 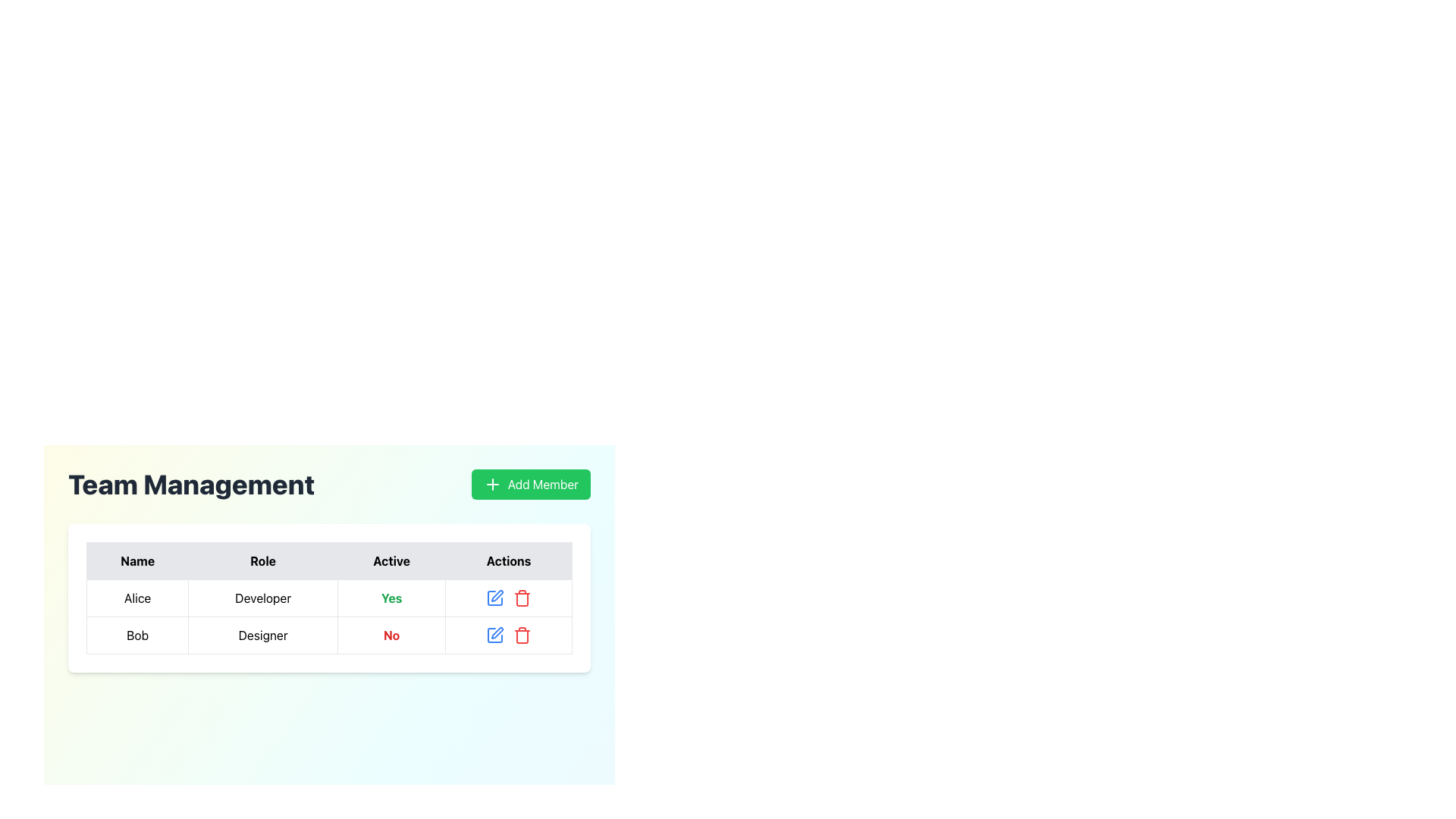 I want to click on the bold green text label reading 'Yes' located in the 'Active' column under the 'Alice' entry in the team management table, so click(x=391, y=598).